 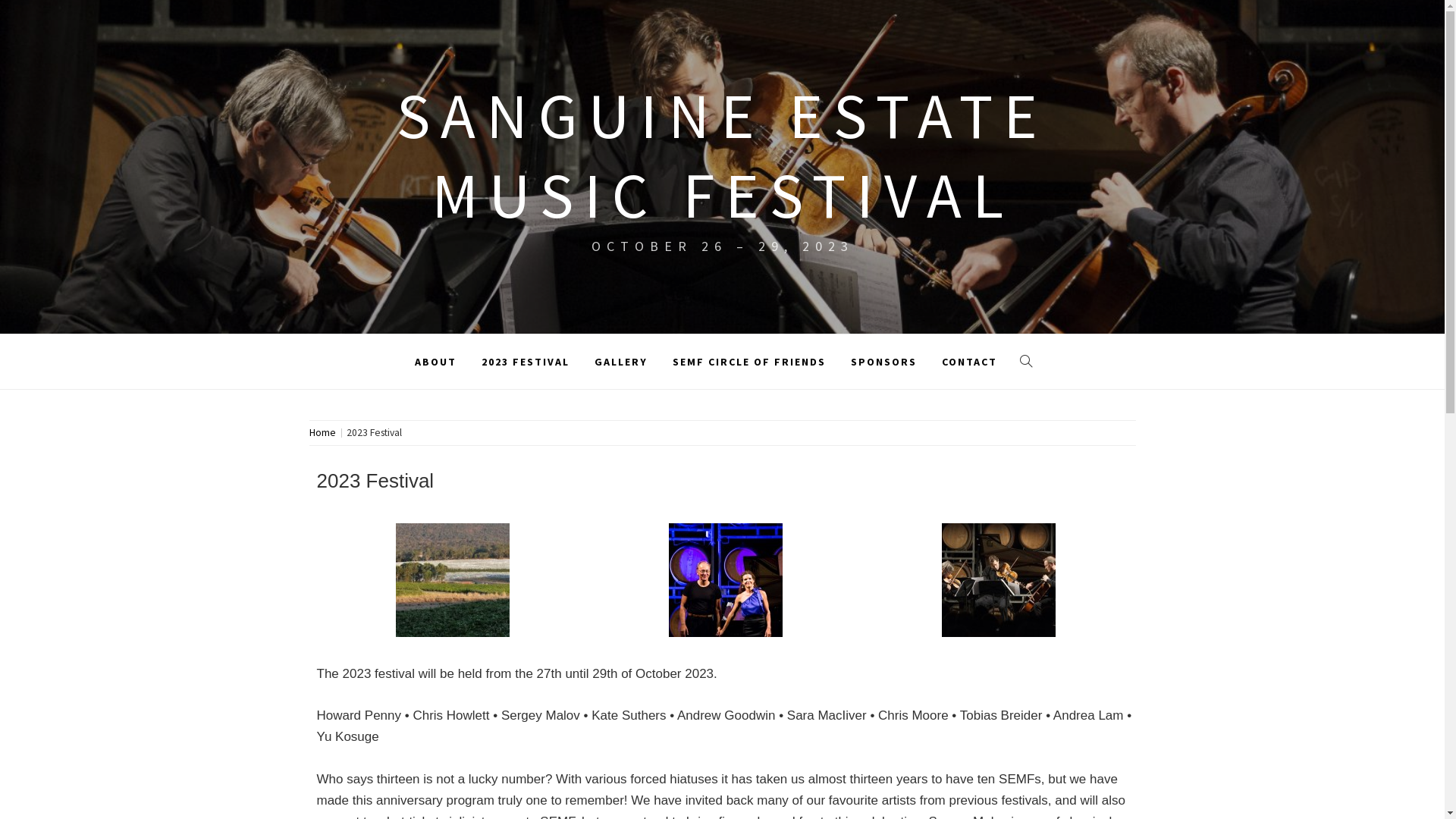 I want to click on 'ABOUT', so click(x=403, y=362).